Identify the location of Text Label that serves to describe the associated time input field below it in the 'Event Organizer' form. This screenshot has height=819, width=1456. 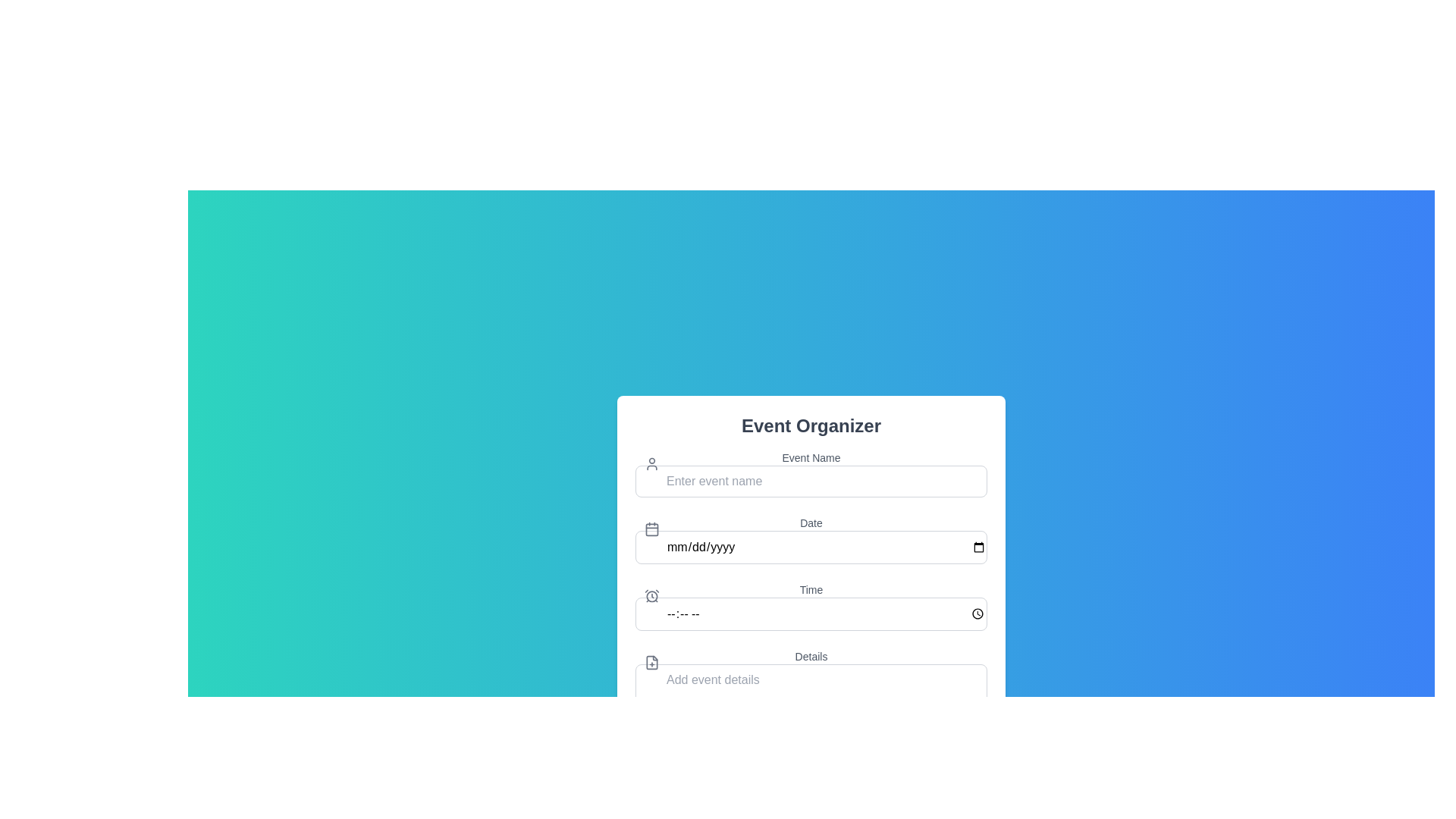
(811, 588).